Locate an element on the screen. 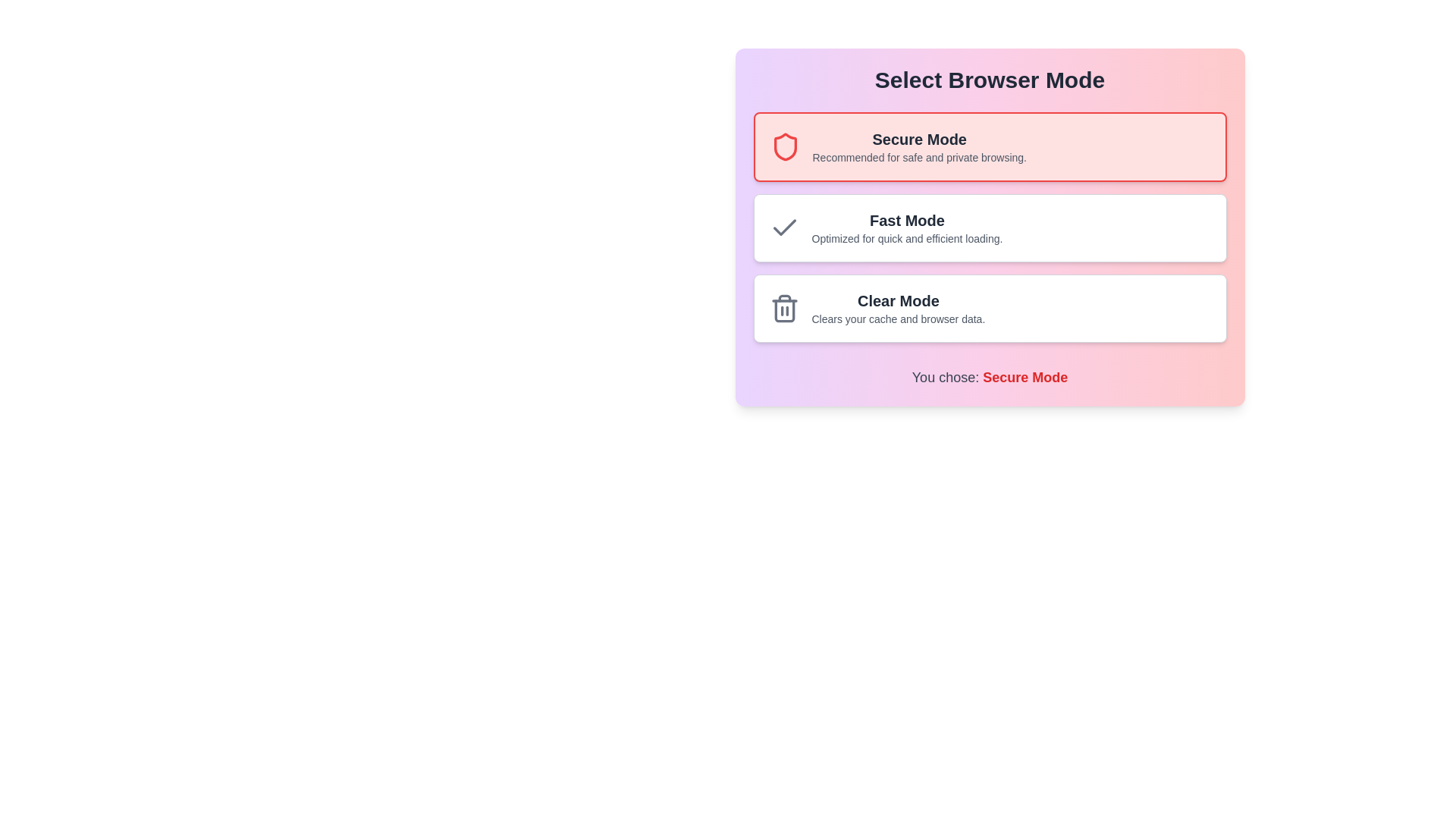 The width and height of the screenshot is (1456, 819). the 'Clear Mode' text label, which serves as a heading for the selection card option in the third row of the vertical list is located at coordinates (898, 301).